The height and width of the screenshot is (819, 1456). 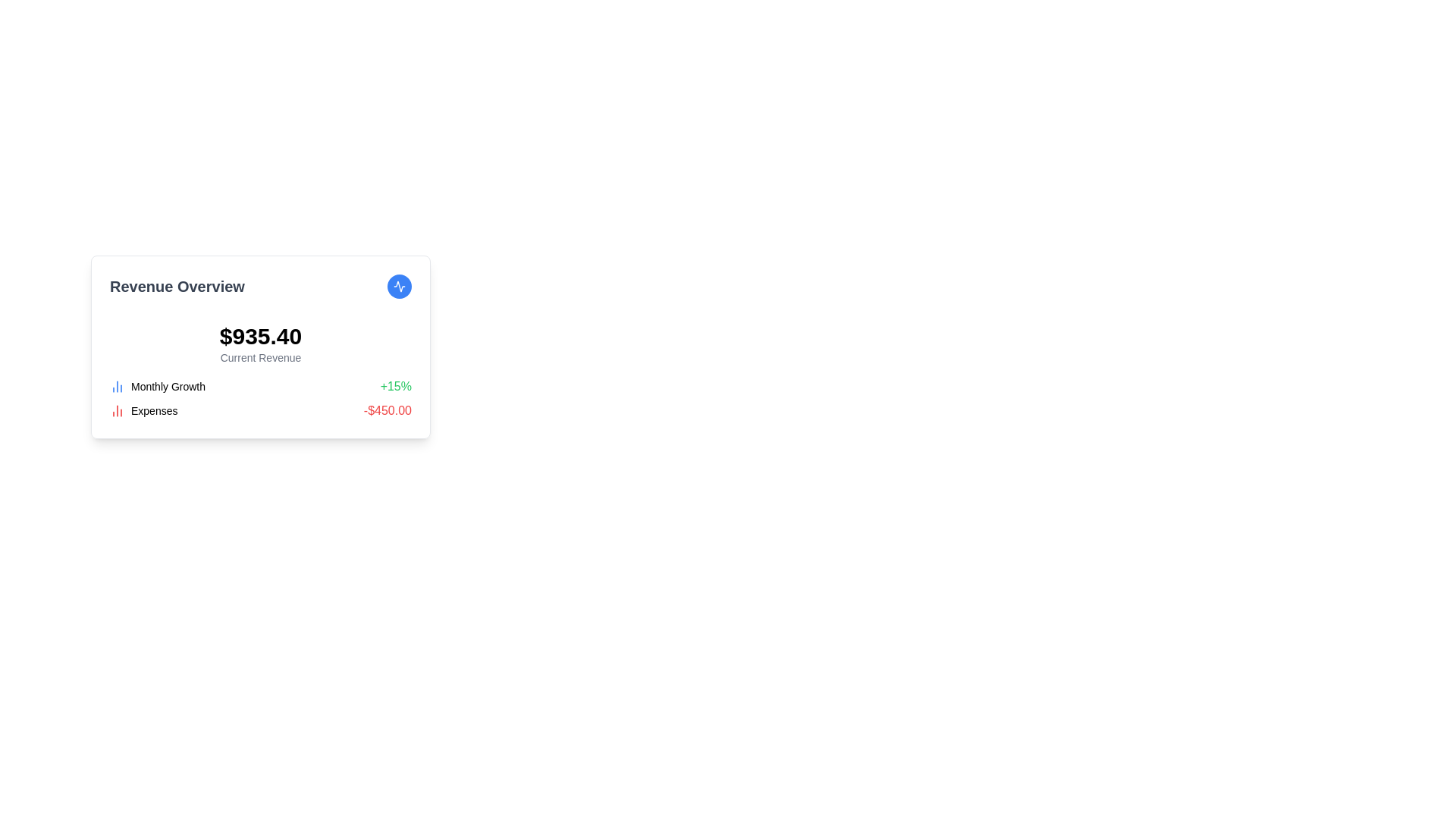 What do you see at coordinates (400, 287) in the screenshot?
I see `the button with an icon in the 'Revenue Overview' section` at bounding box center [400, 287].